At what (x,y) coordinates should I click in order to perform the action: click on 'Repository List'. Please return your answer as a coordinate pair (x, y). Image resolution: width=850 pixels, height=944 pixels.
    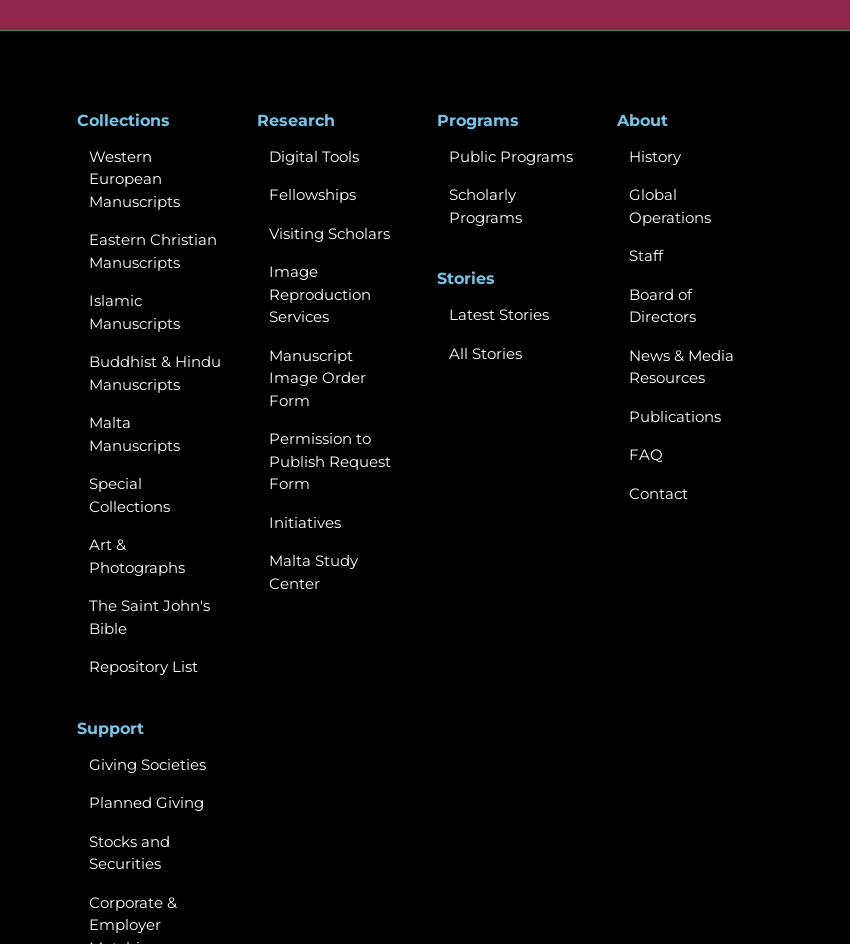
    Looking at the image, I should click on (143, 665).